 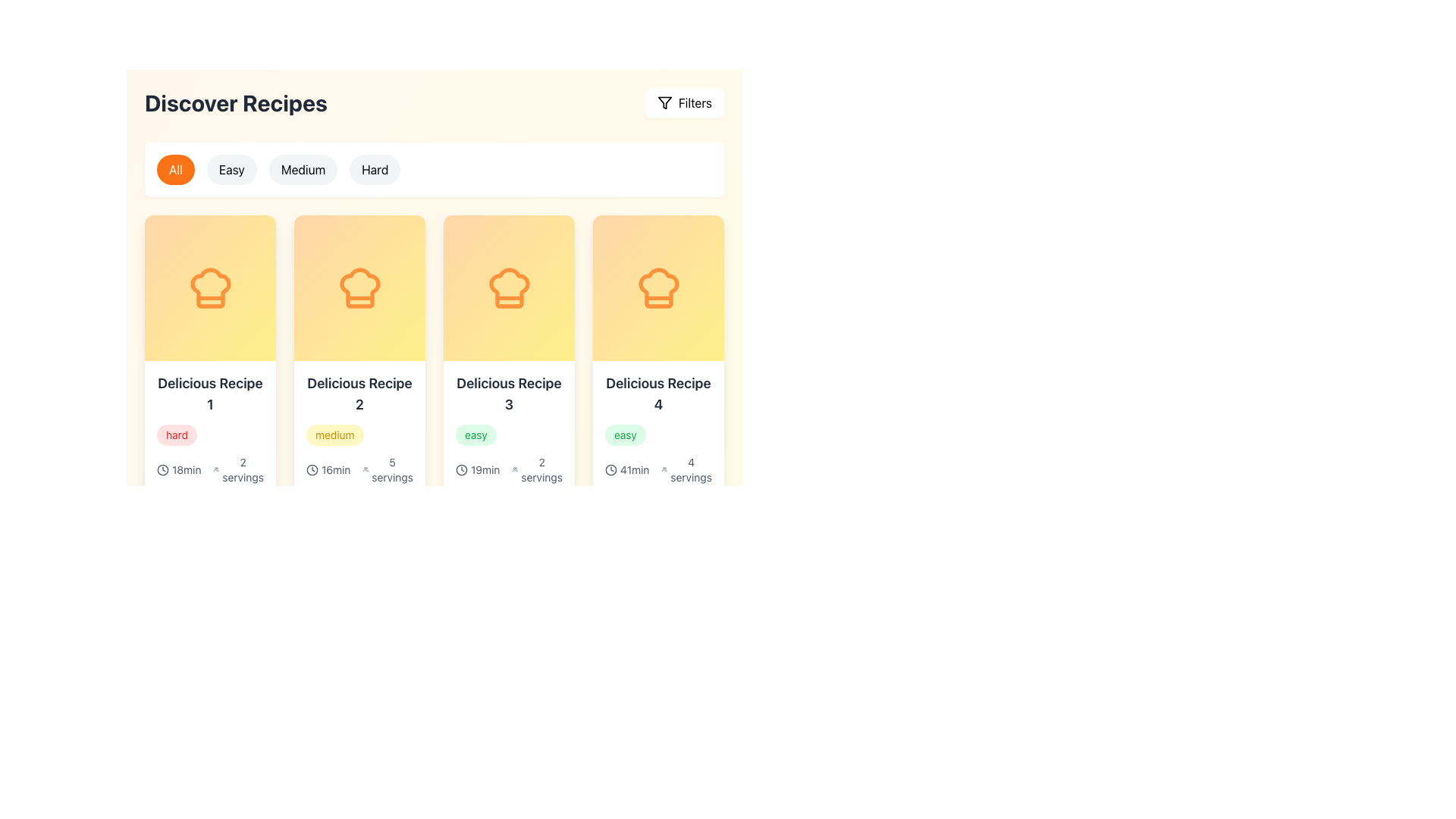 What do you see at coordinates (334, 435) in the screenshot?
I see `text 'medium' displayed on the horizontally oval yellow label located below the title 'Delicious Recipe 2'` at bounding box center [334, 435].